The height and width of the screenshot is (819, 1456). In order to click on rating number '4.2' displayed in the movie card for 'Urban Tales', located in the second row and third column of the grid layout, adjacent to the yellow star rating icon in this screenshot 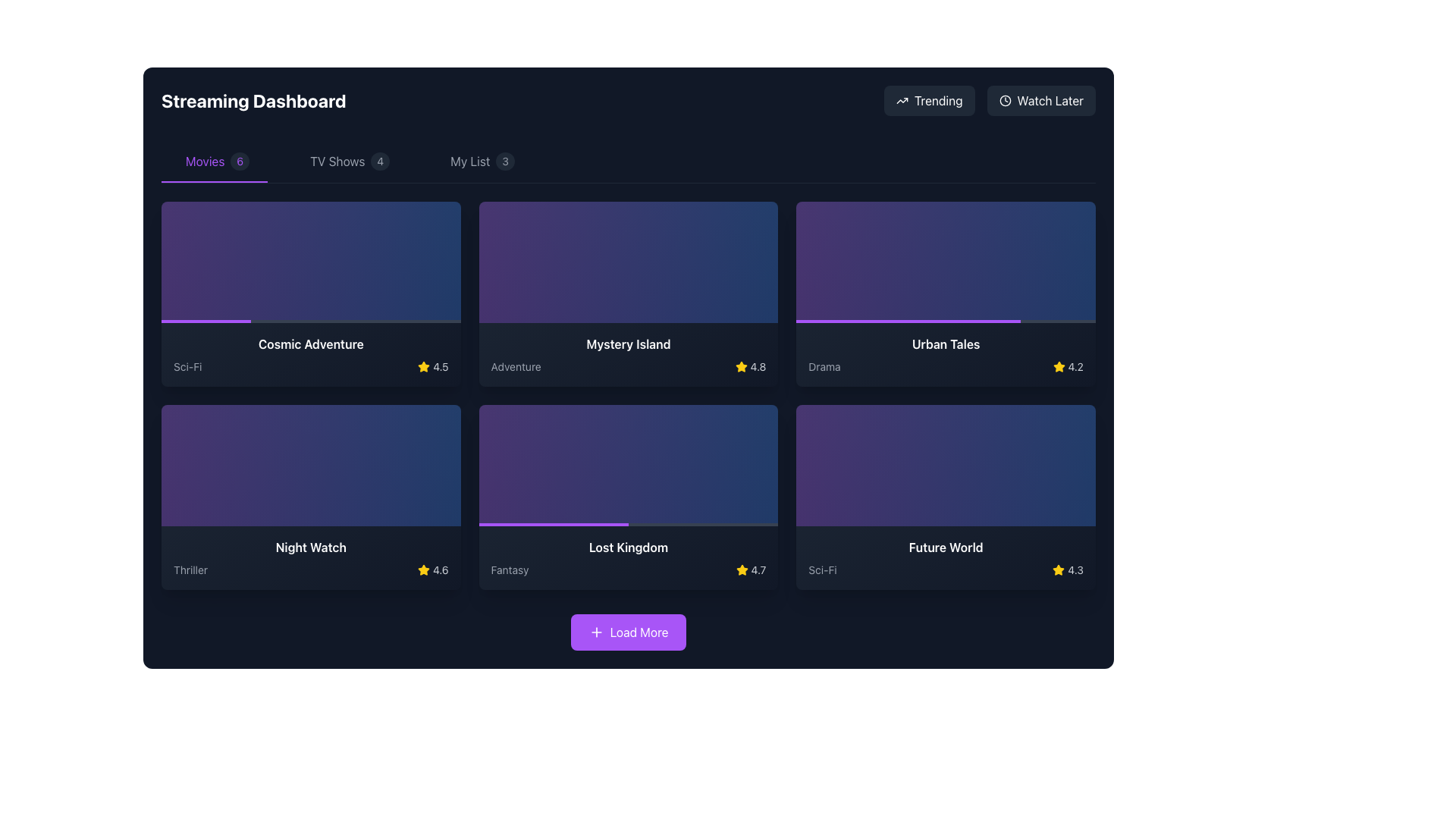, I will do `click(1075, 366)`.